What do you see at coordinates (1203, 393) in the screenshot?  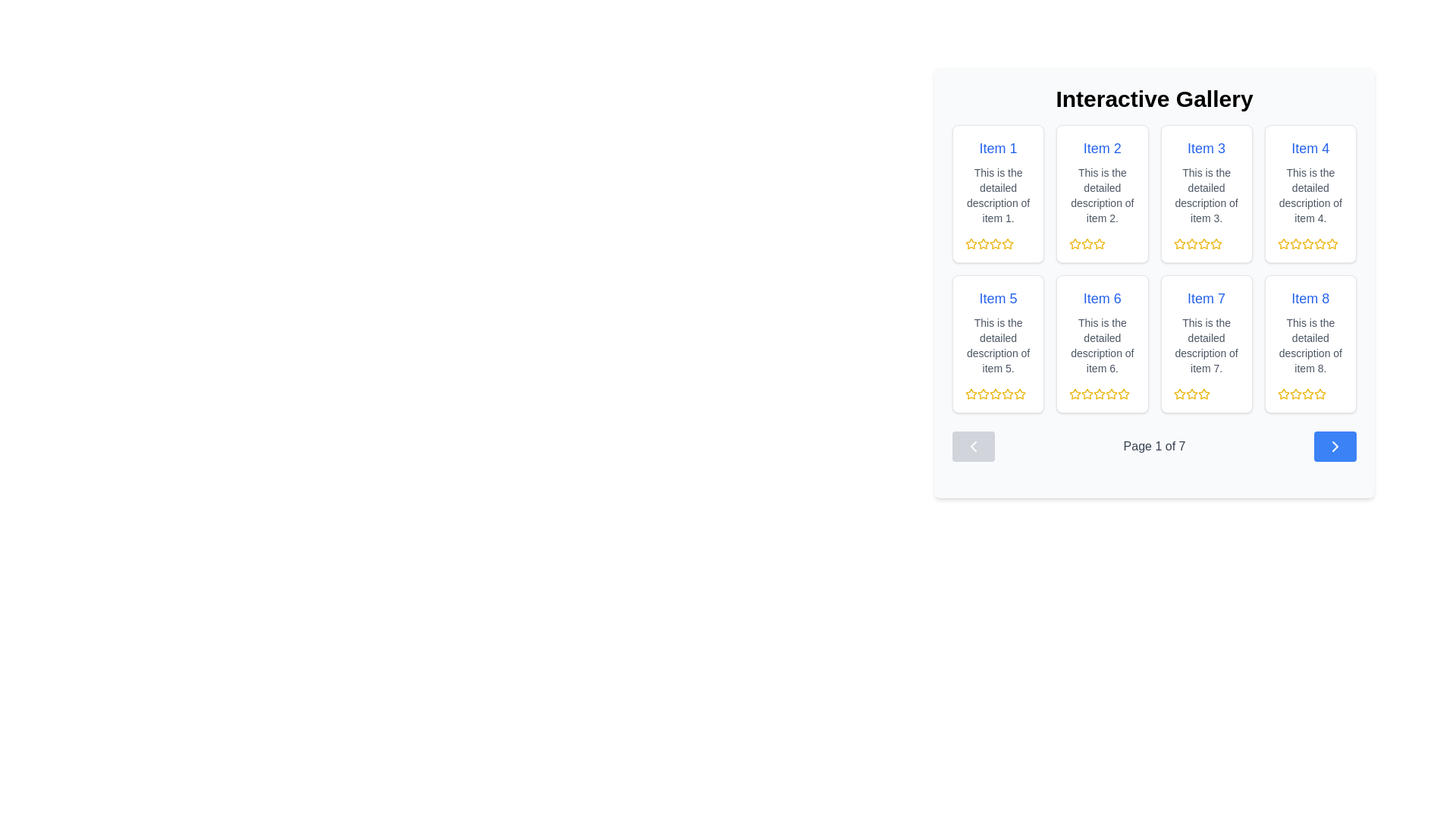 I see `the second star-shaped icon with a yellow outline in the rating system for 'Item 7'` at bounding box center [1203, 393].